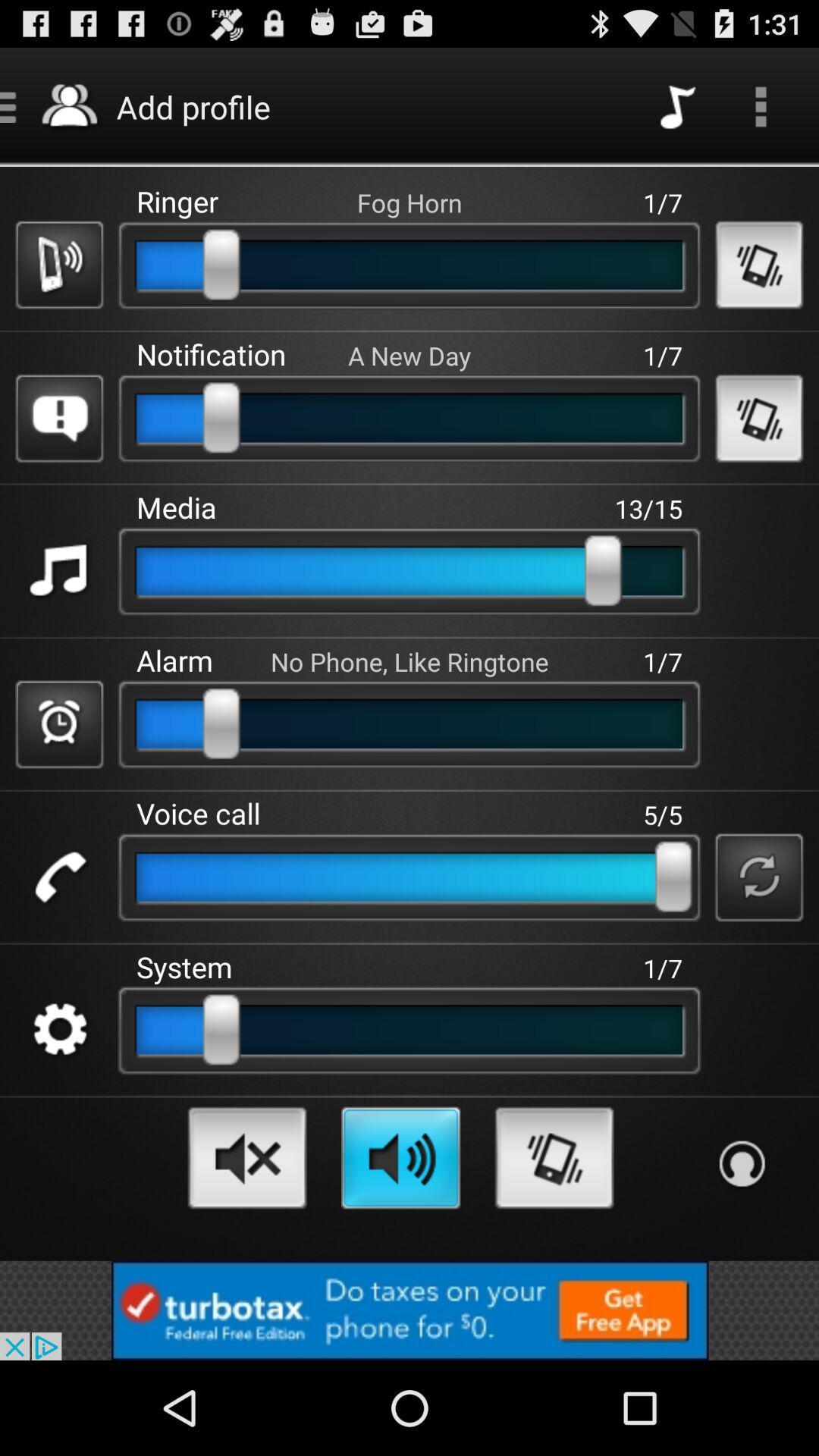 The image size is (819, 1456). I want to click on the call icon, so click(58, 938).